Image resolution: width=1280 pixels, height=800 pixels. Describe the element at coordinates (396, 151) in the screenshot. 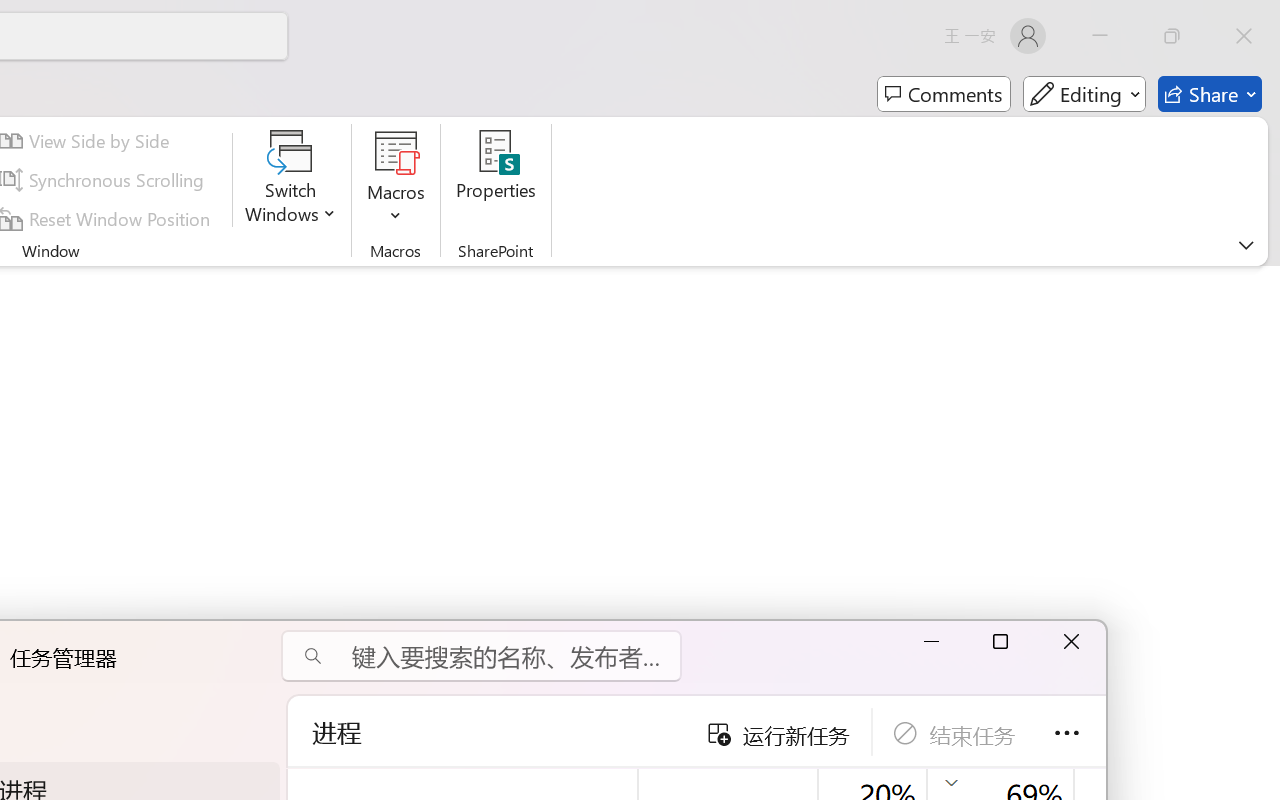

I see `'View Macros'` at that location.